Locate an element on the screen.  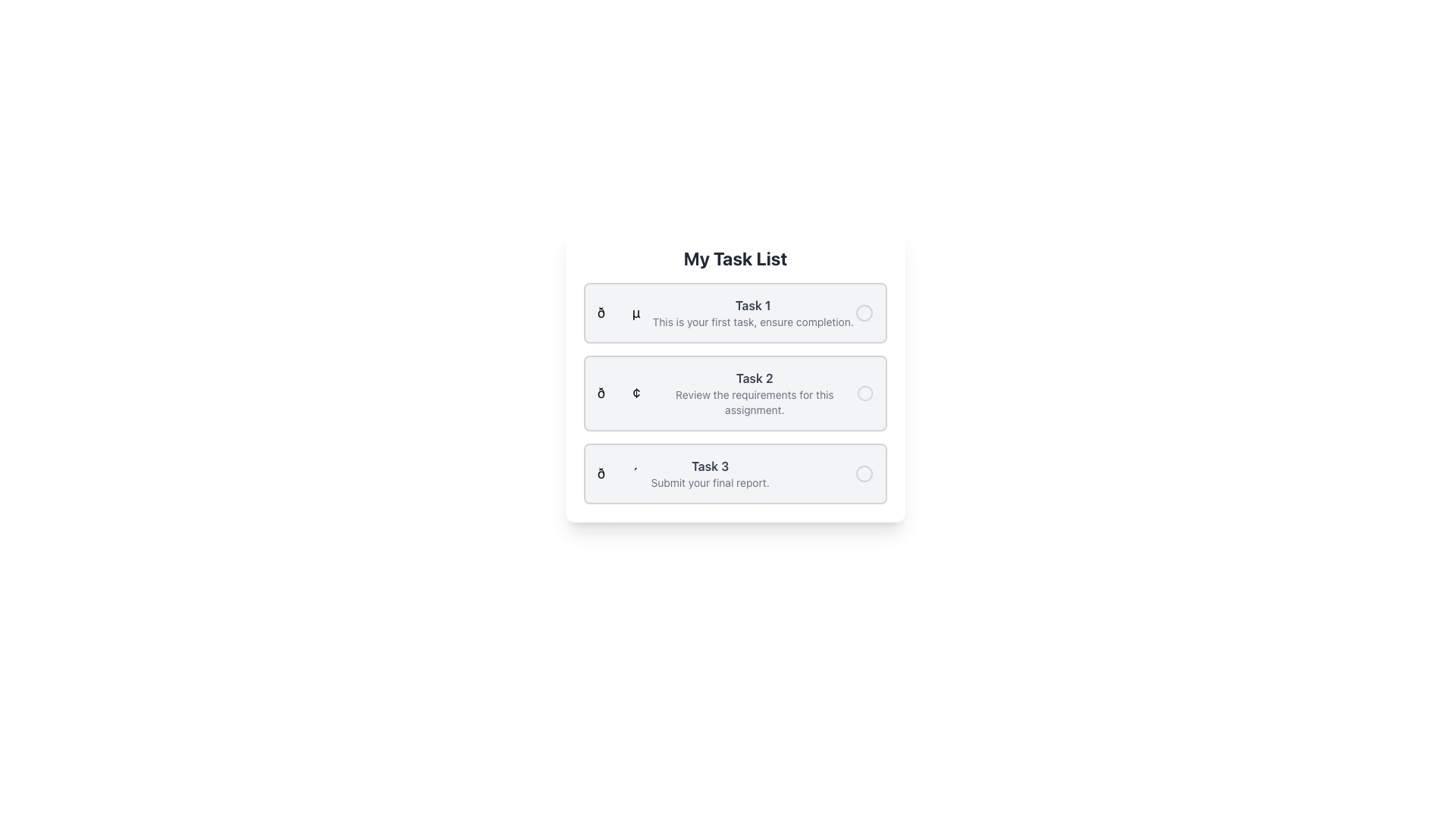
the small, circular SVG icon with a hollow center located is located at coordinates (864, 472).